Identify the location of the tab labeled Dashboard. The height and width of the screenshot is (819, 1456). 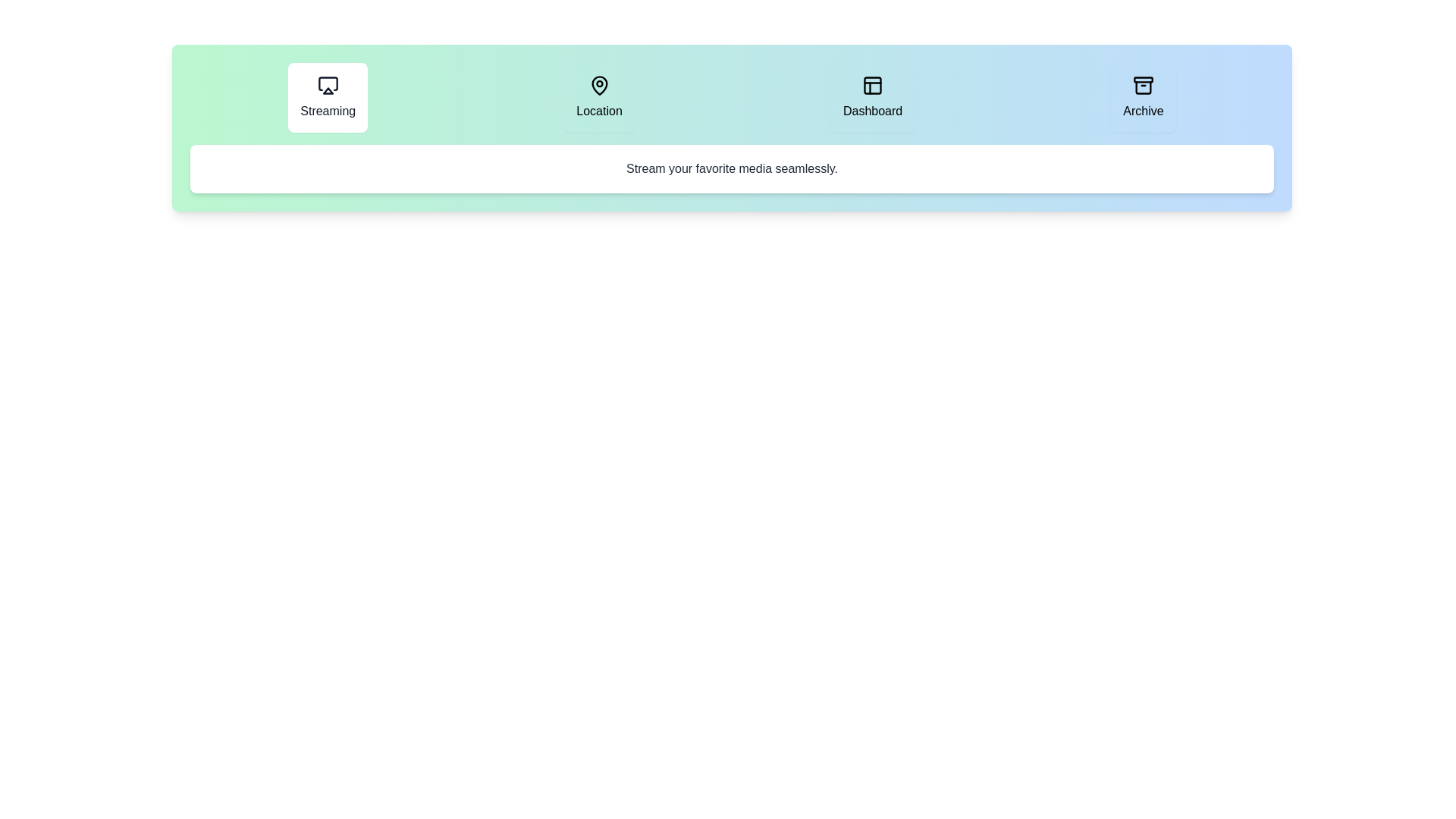
(873, 97).